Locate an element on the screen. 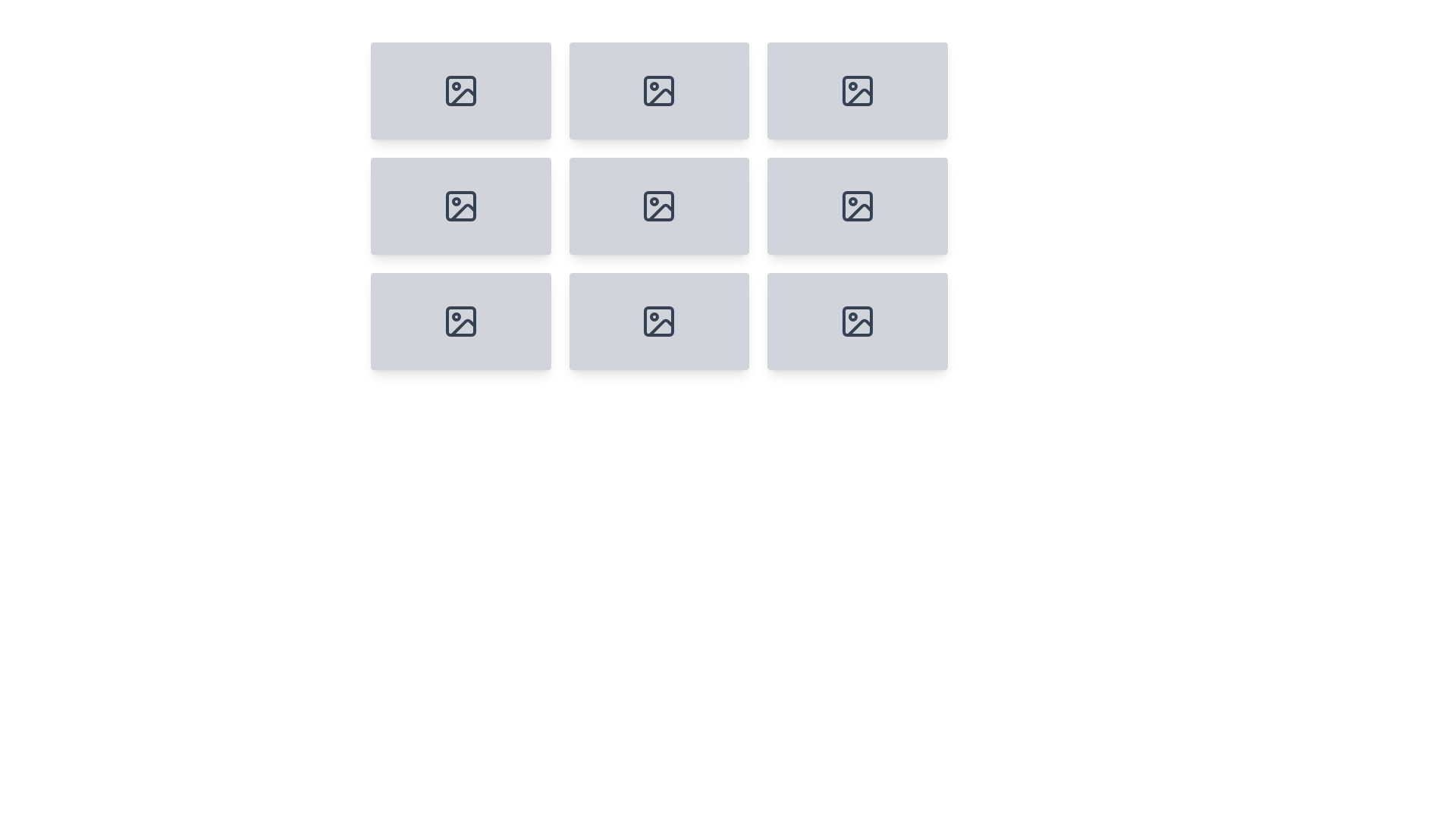  the image placeholder located at the bottom row, middle column of the grid layout is located at coordinates (659, 321).